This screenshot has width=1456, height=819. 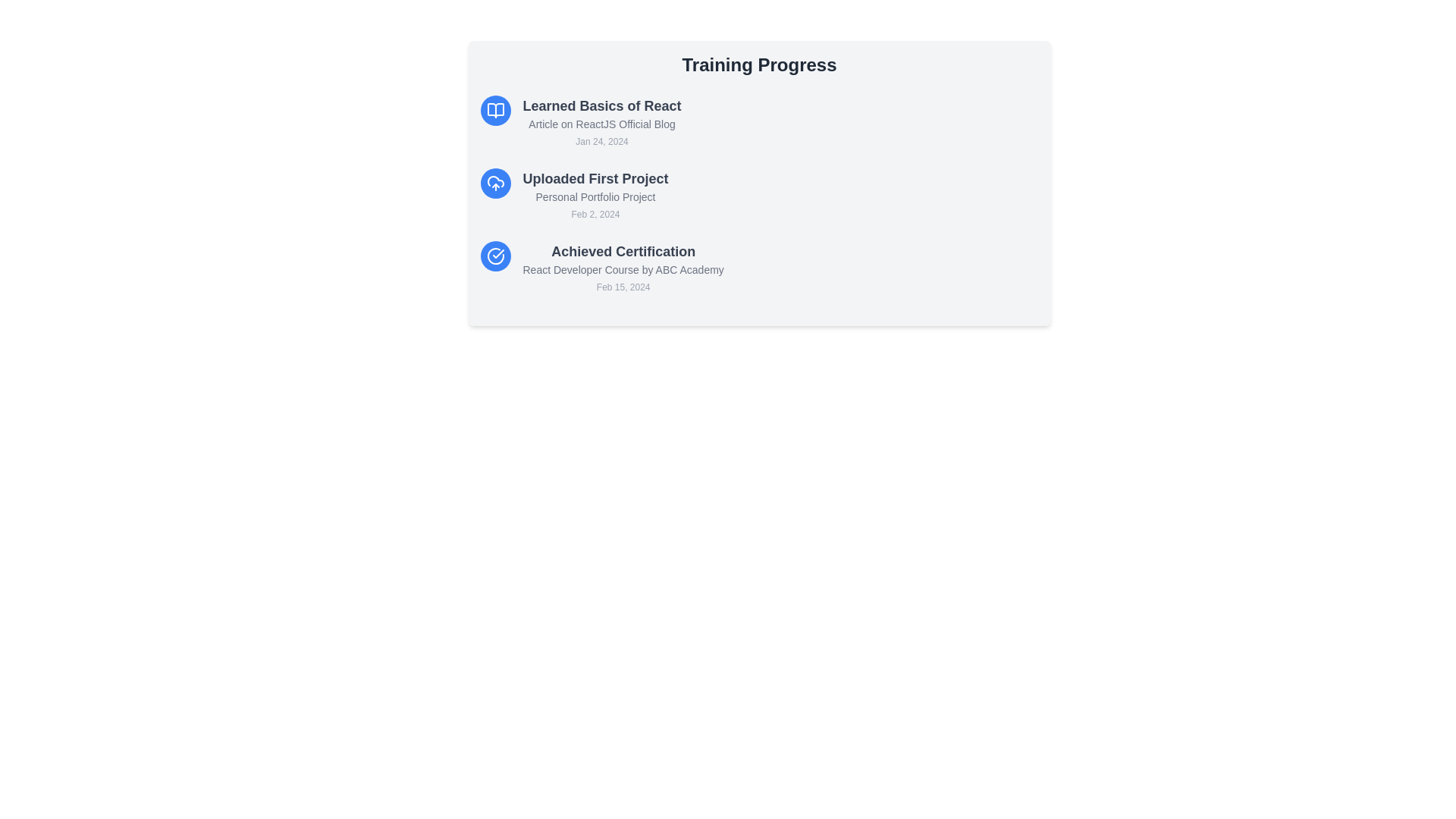 What do you see at coordinates (759, 195) in the screenshot?
I see `the second list item in the training progress tracker that displays the log of uploading a first project` at bounding box center [759, 195].